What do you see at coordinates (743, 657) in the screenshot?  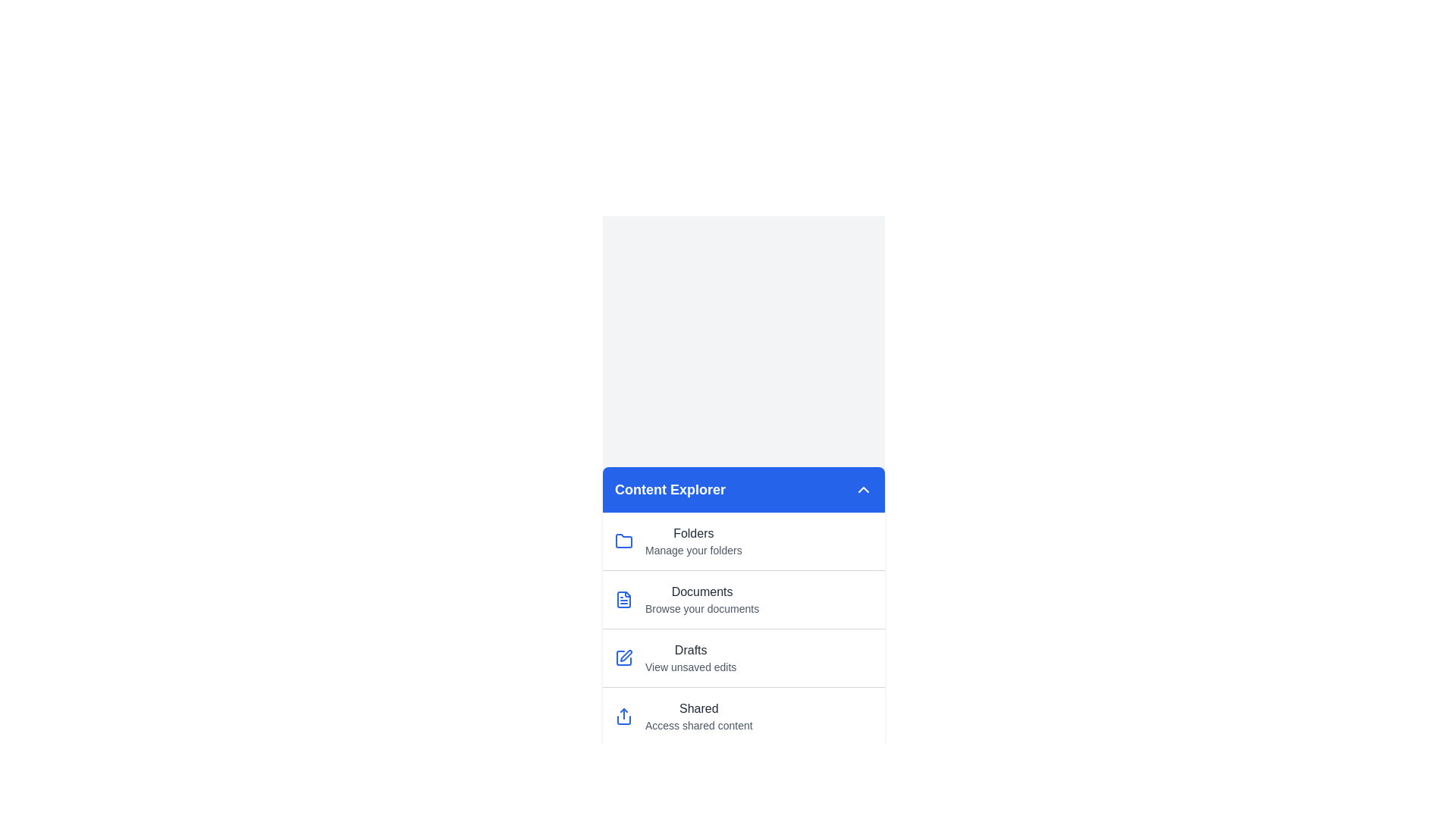 I see `the menu item Drafts from the list` at bounding box center [743, 657].